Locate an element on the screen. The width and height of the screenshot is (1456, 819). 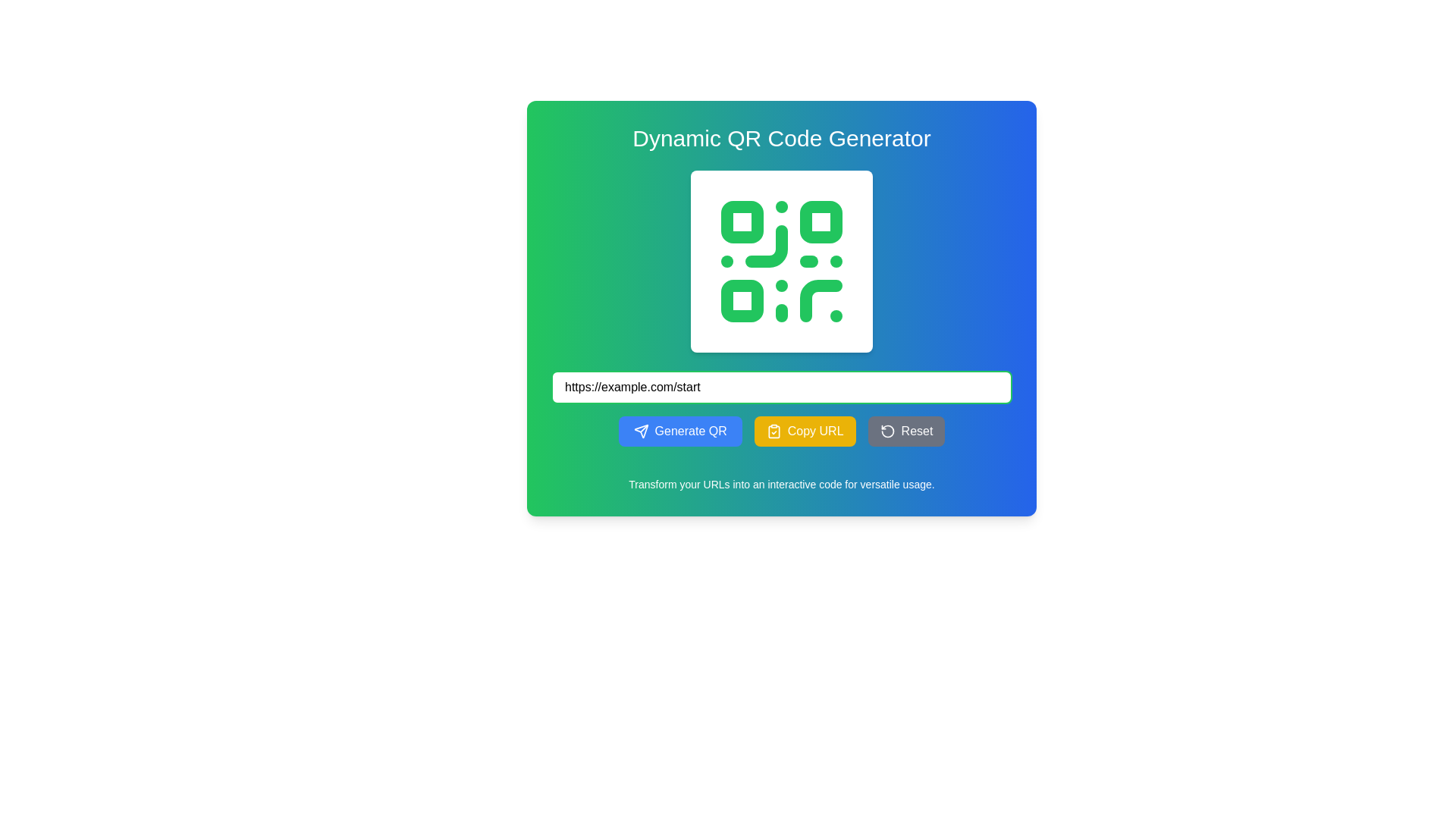
the top-left corner square of the QR code, which aids in its alignment and structure is located at coordinates (742, 222).